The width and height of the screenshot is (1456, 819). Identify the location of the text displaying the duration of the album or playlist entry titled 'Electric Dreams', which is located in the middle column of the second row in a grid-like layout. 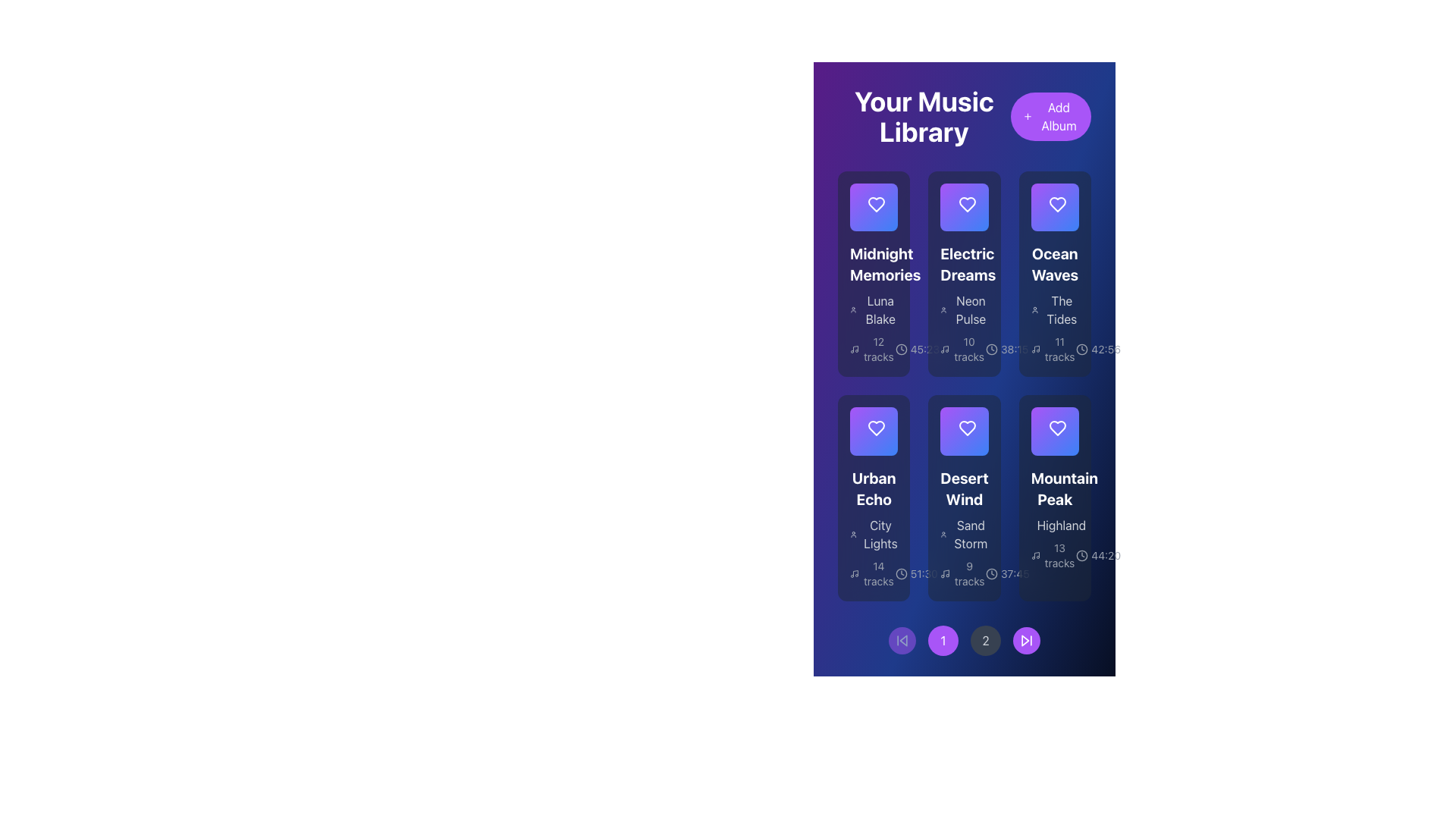
(1007, 350).